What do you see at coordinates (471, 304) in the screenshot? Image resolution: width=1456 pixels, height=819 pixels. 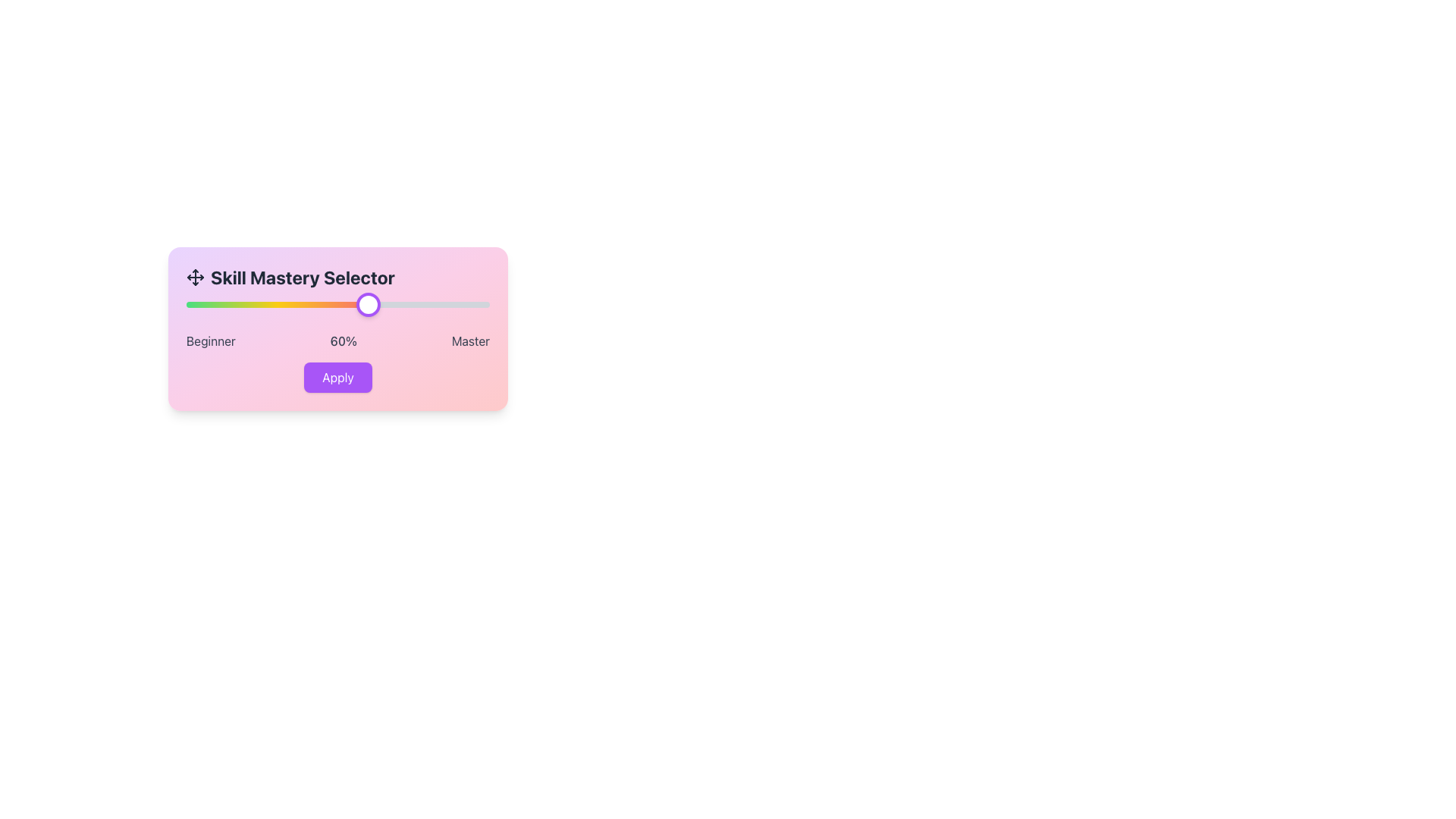 I see `the Skill Mastery level` at bounding box center [471, 304].